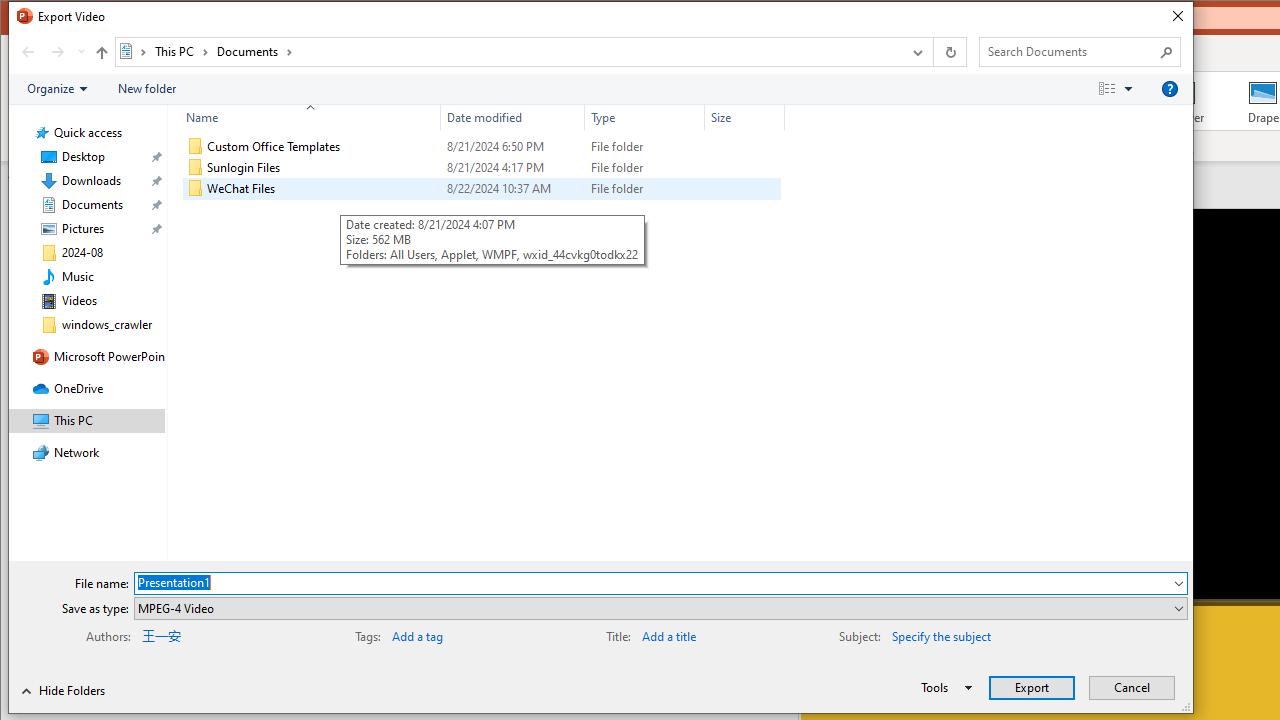 The image size is (1280, 720). I want to click on 'Sunlogin Files', so click(481, 167).